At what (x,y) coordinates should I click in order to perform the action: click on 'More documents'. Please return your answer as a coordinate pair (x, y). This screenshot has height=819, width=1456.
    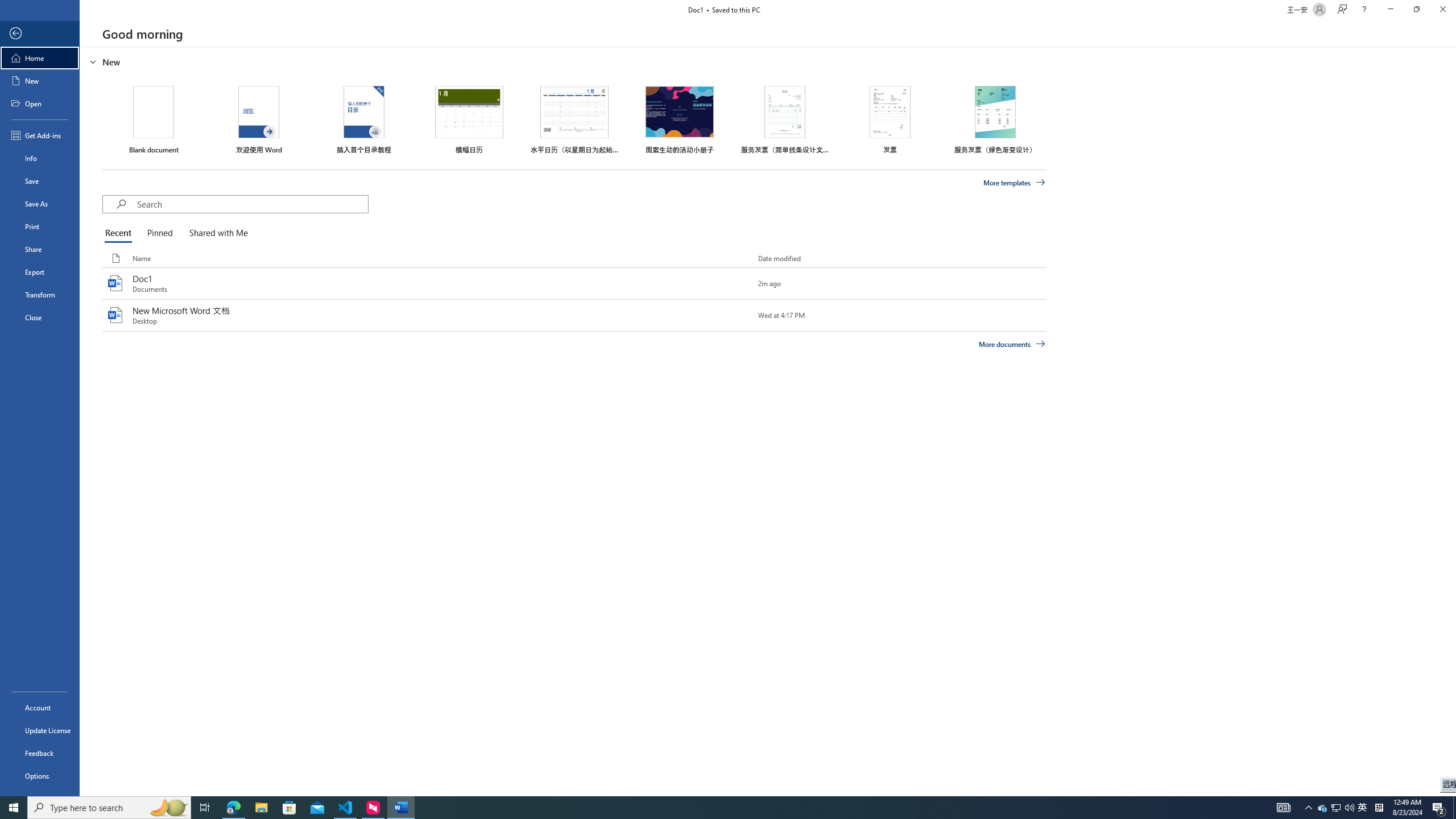
    Looking at the image, I should click on (1011, 344).